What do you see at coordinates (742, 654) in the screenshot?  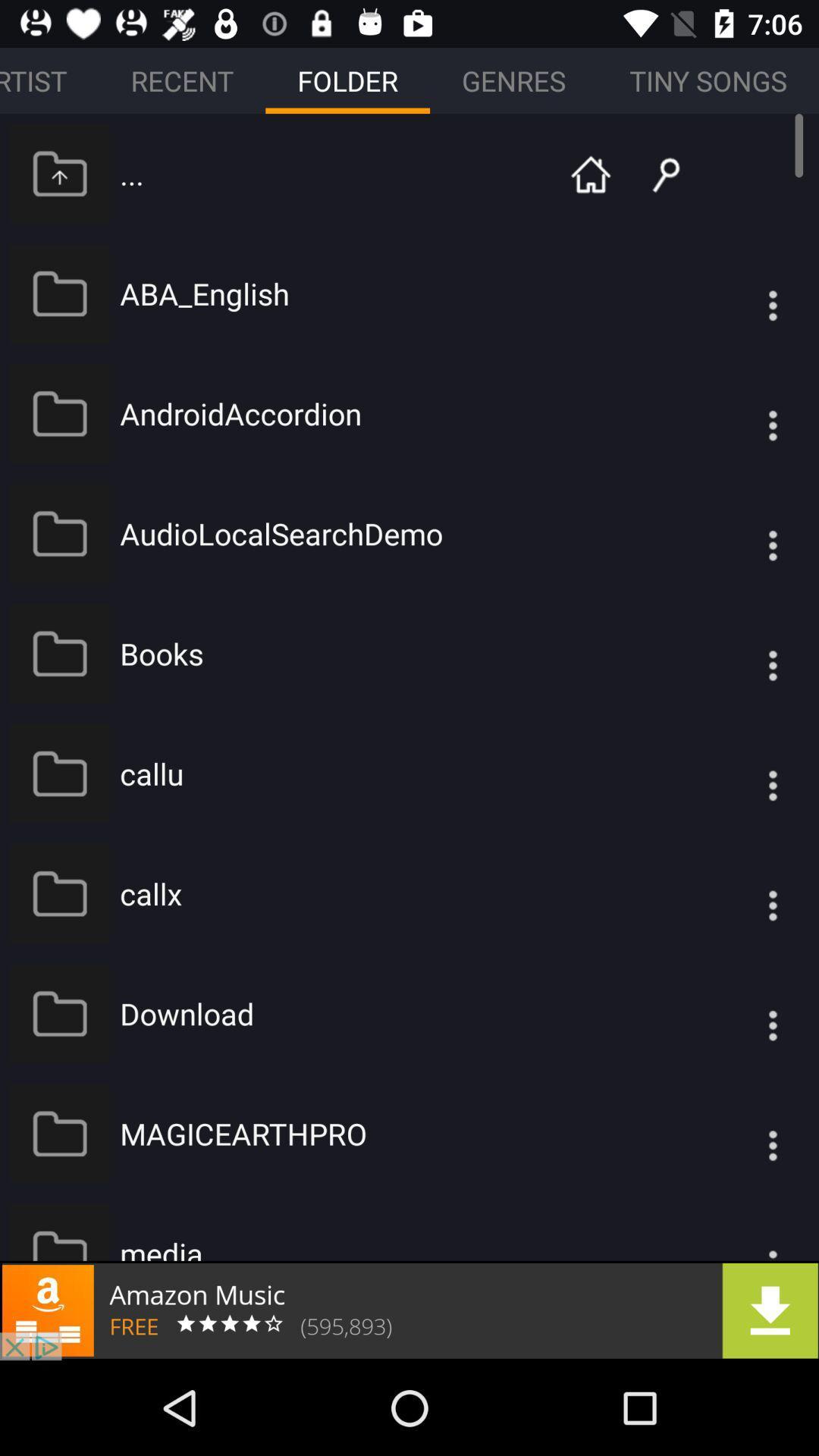 I see `switch autoplay option` at bounding box center [742, 654].